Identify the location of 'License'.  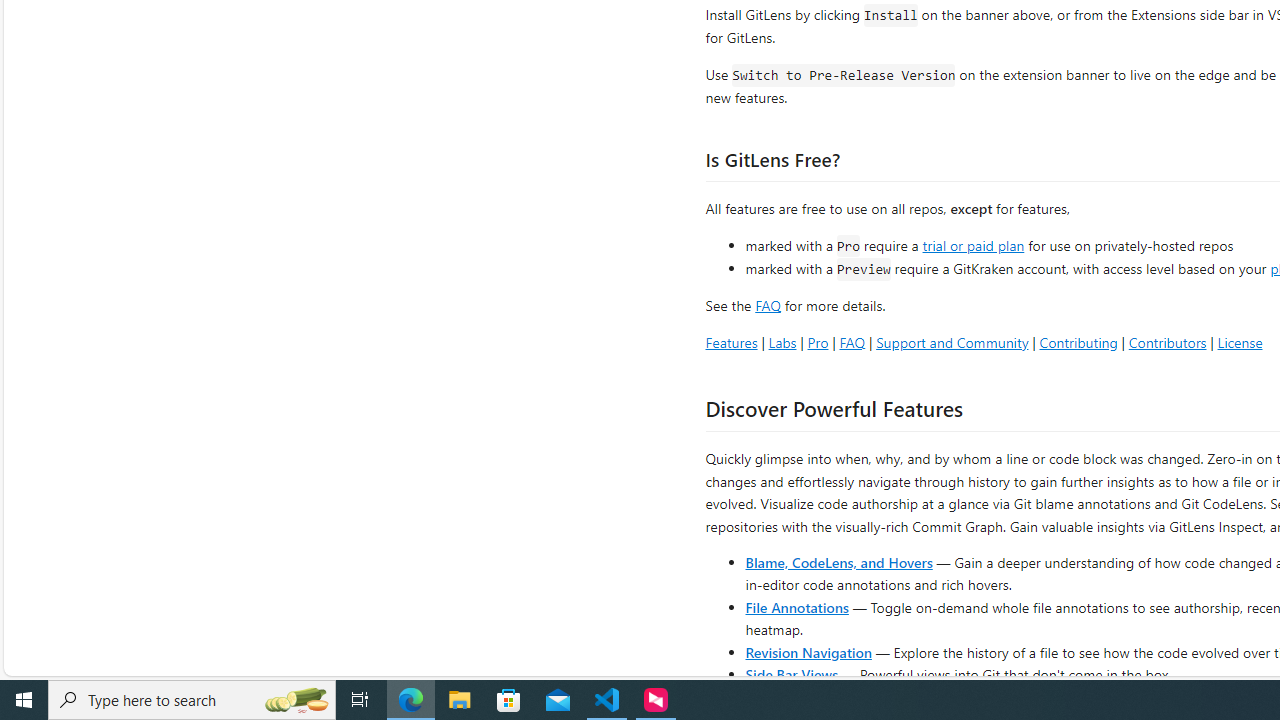
(1239, 341).